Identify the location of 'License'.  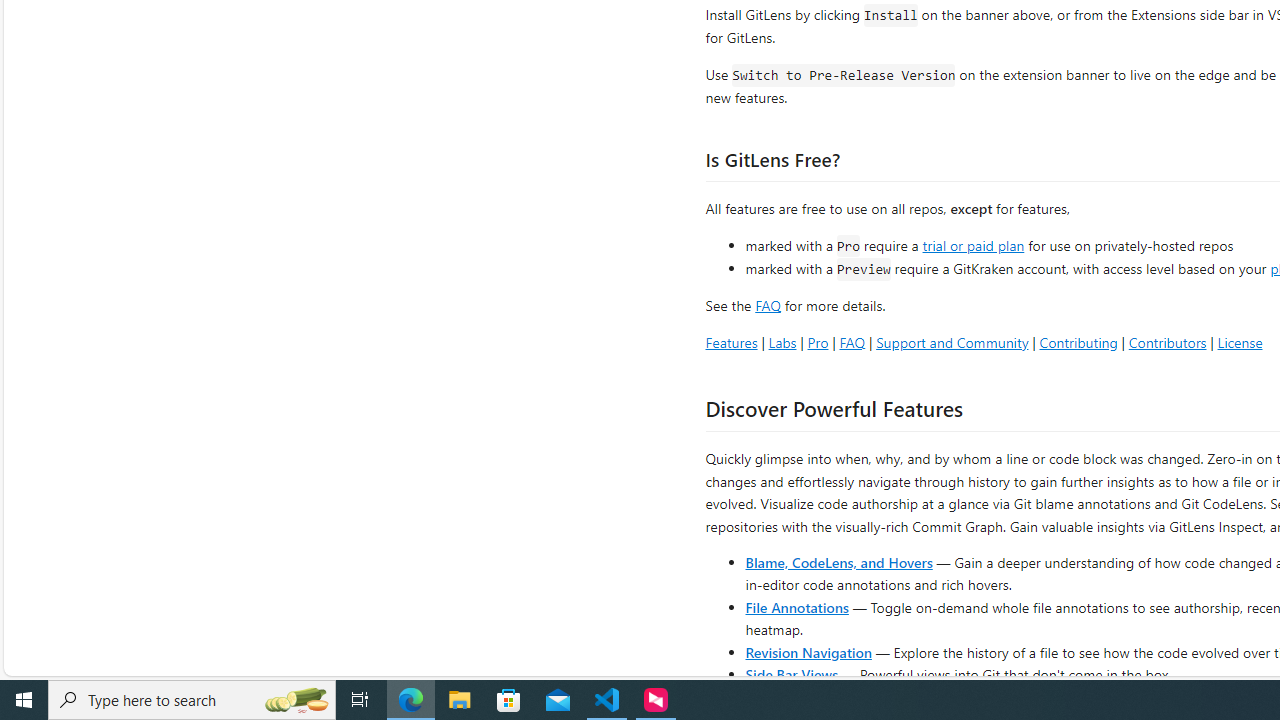
(1239, 341).